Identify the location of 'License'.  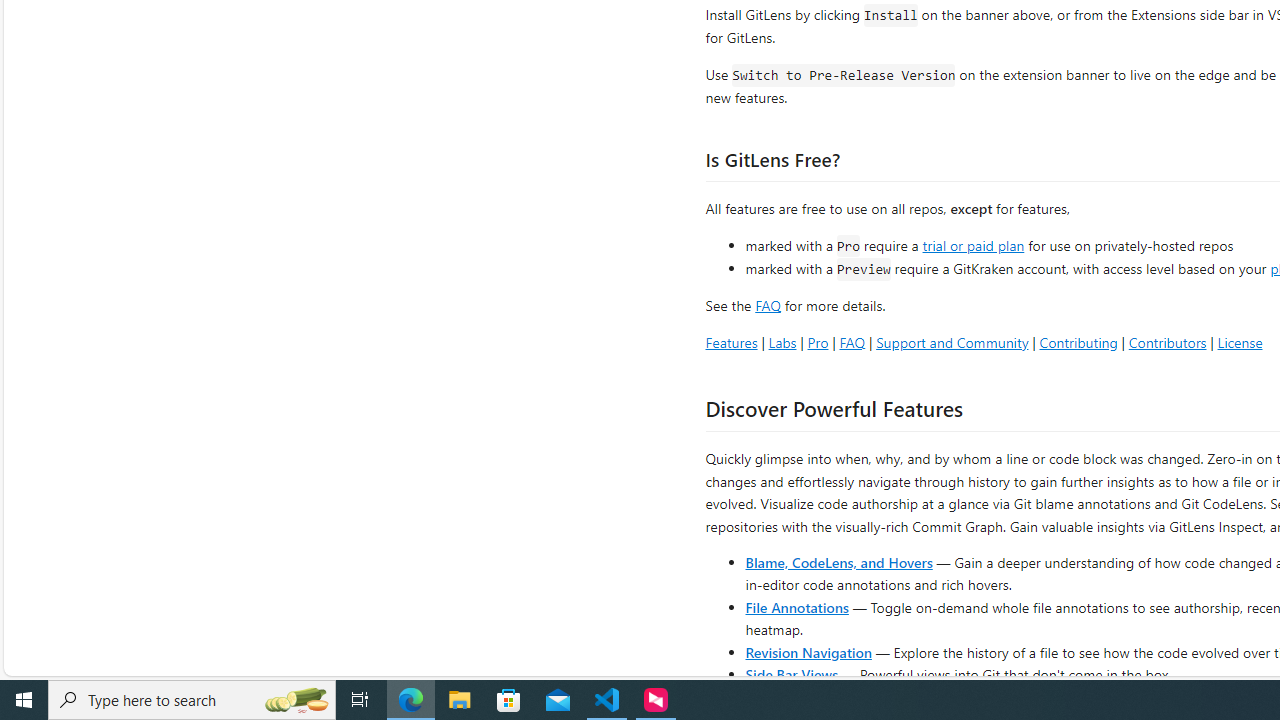
(1239, 341).